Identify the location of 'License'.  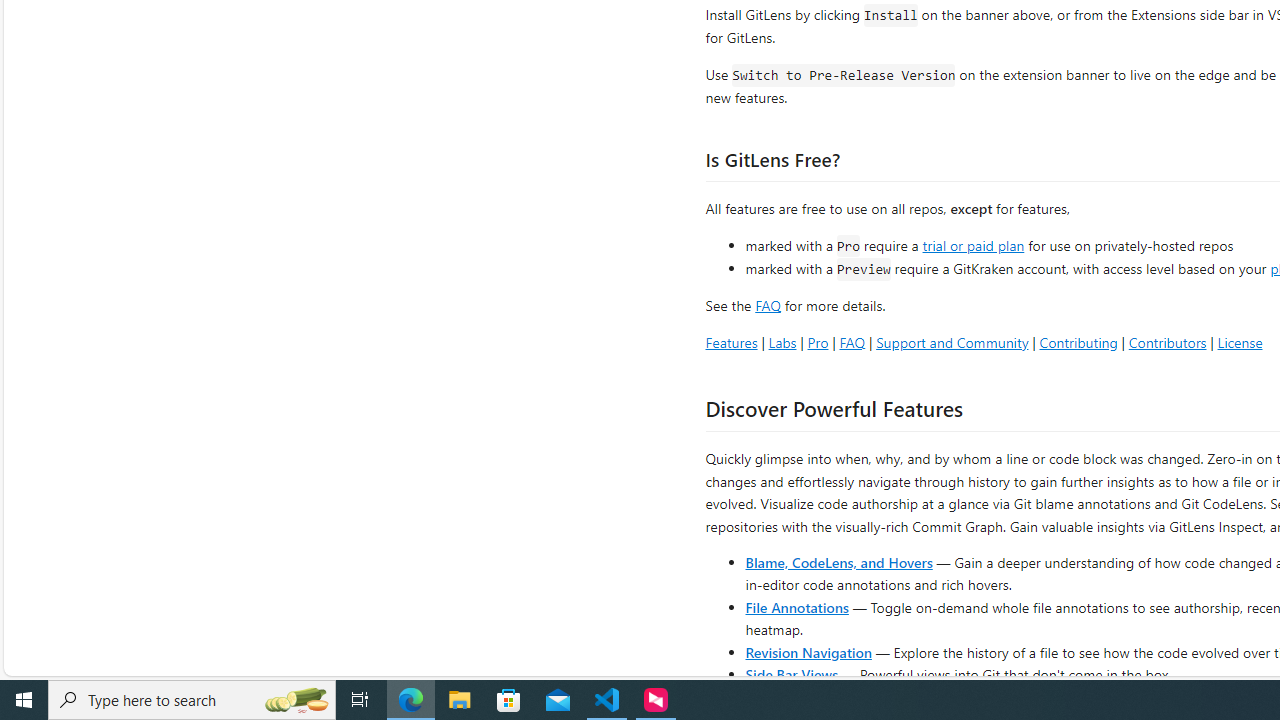
(1239, 341).